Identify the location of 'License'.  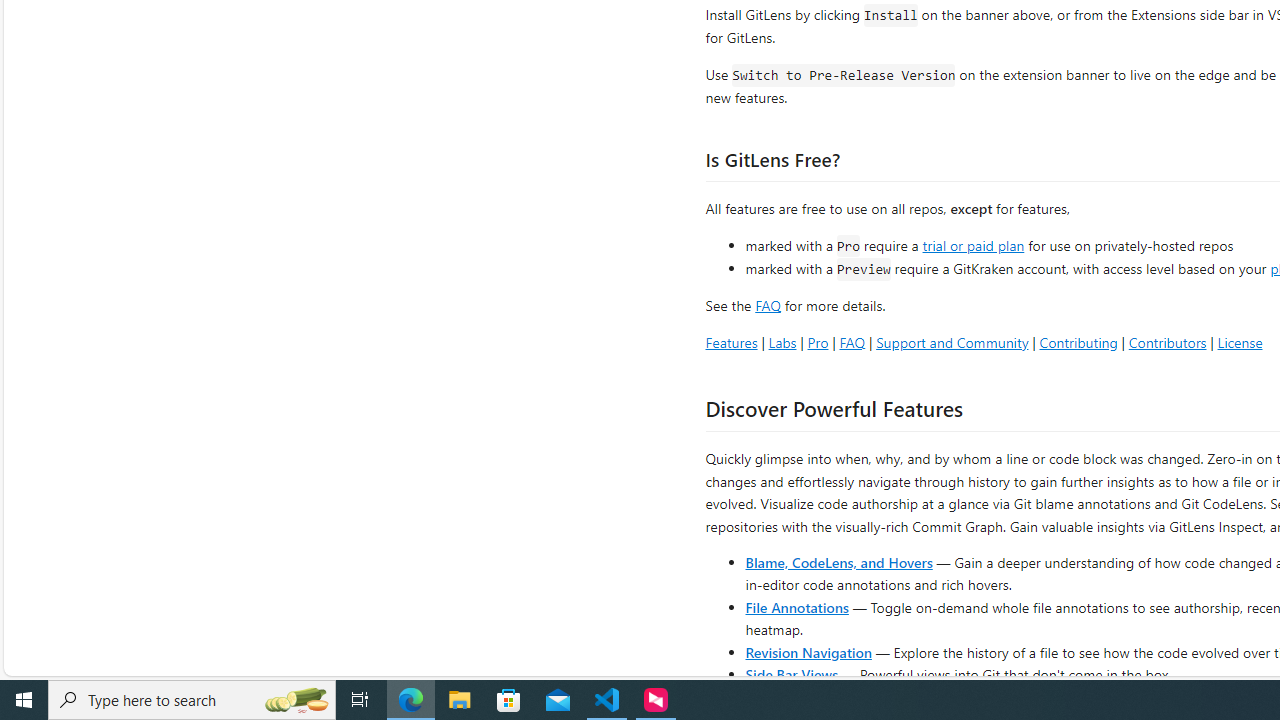
(1239, 341).